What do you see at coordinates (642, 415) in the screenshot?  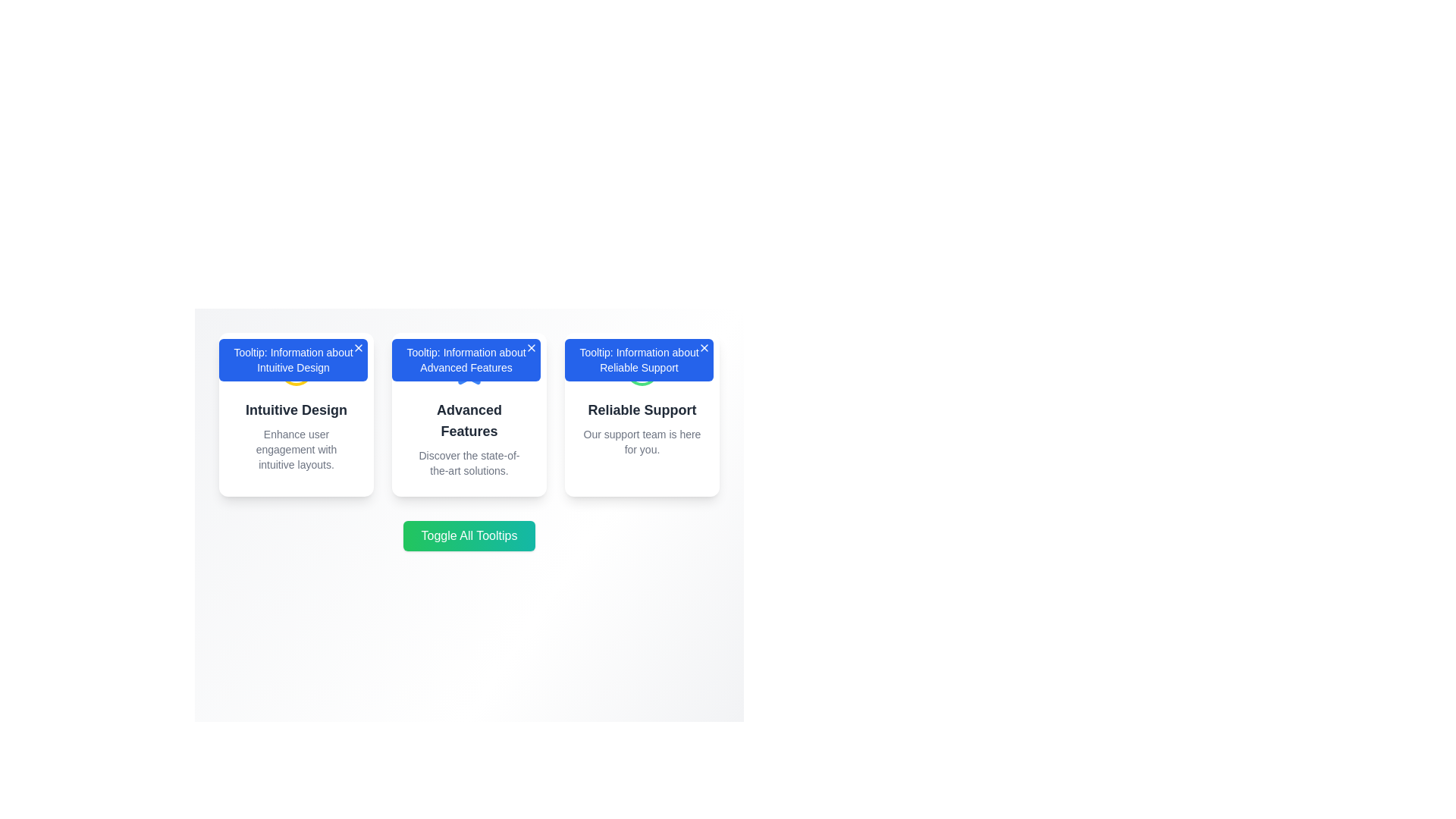 I see `main content of the Informational card indicating reliable support, which is the third card in a three-column grid layout` at bounding box center [642, 415].